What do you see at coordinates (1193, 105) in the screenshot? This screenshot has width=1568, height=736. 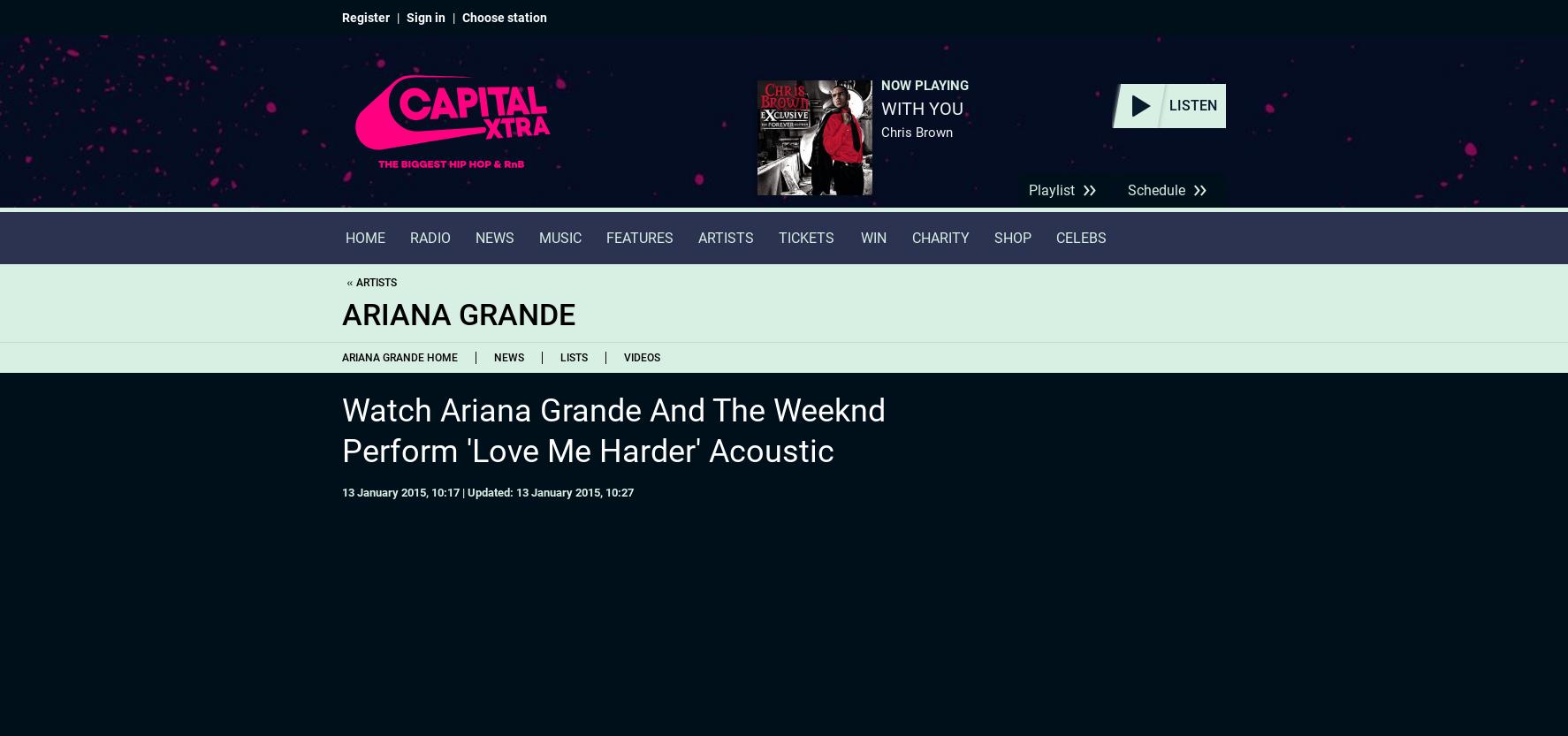 I see `'Listen'` at bounding box center [1193, 105].